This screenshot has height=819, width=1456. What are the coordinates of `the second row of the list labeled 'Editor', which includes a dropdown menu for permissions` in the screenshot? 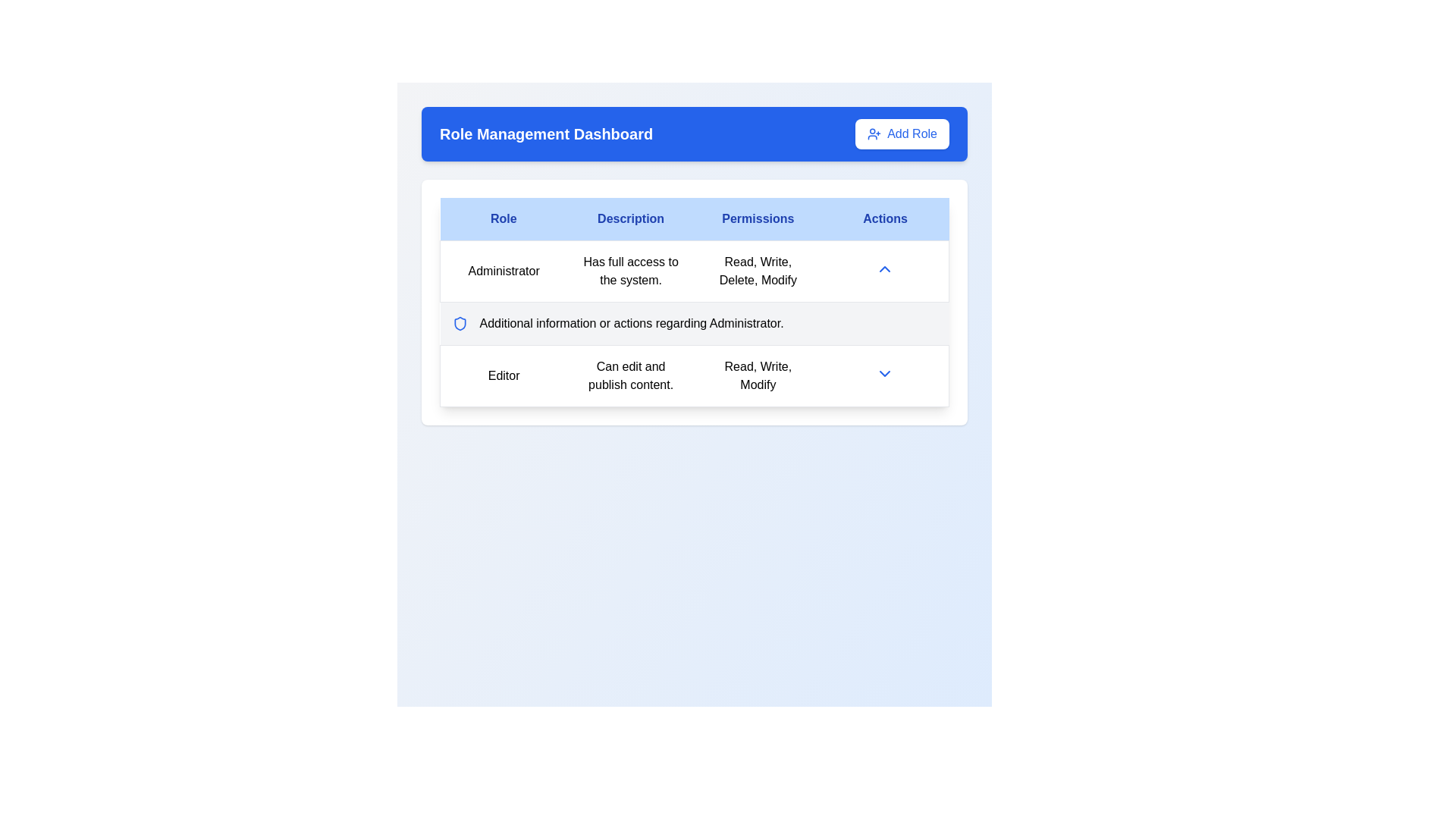 It's located at (694, 375).